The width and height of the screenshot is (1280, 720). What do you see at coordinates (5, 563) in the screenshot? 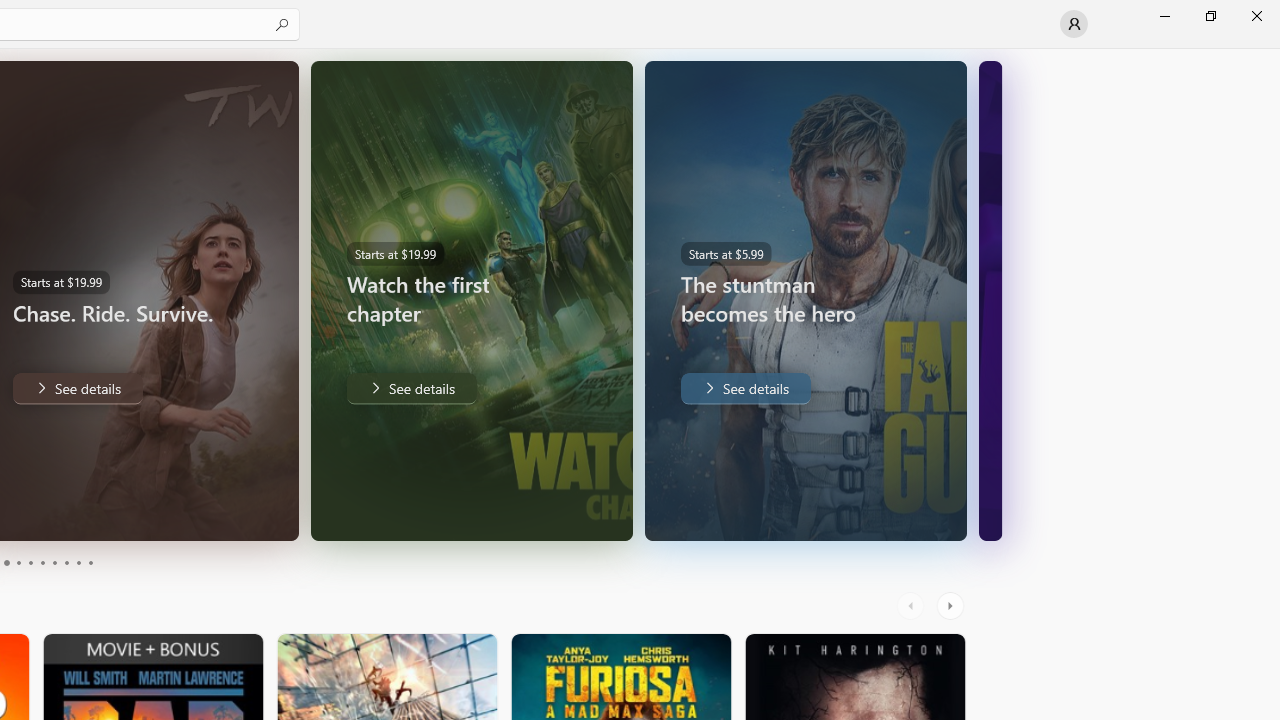
I see `'Page 3'` at bounding box center [5, 563].